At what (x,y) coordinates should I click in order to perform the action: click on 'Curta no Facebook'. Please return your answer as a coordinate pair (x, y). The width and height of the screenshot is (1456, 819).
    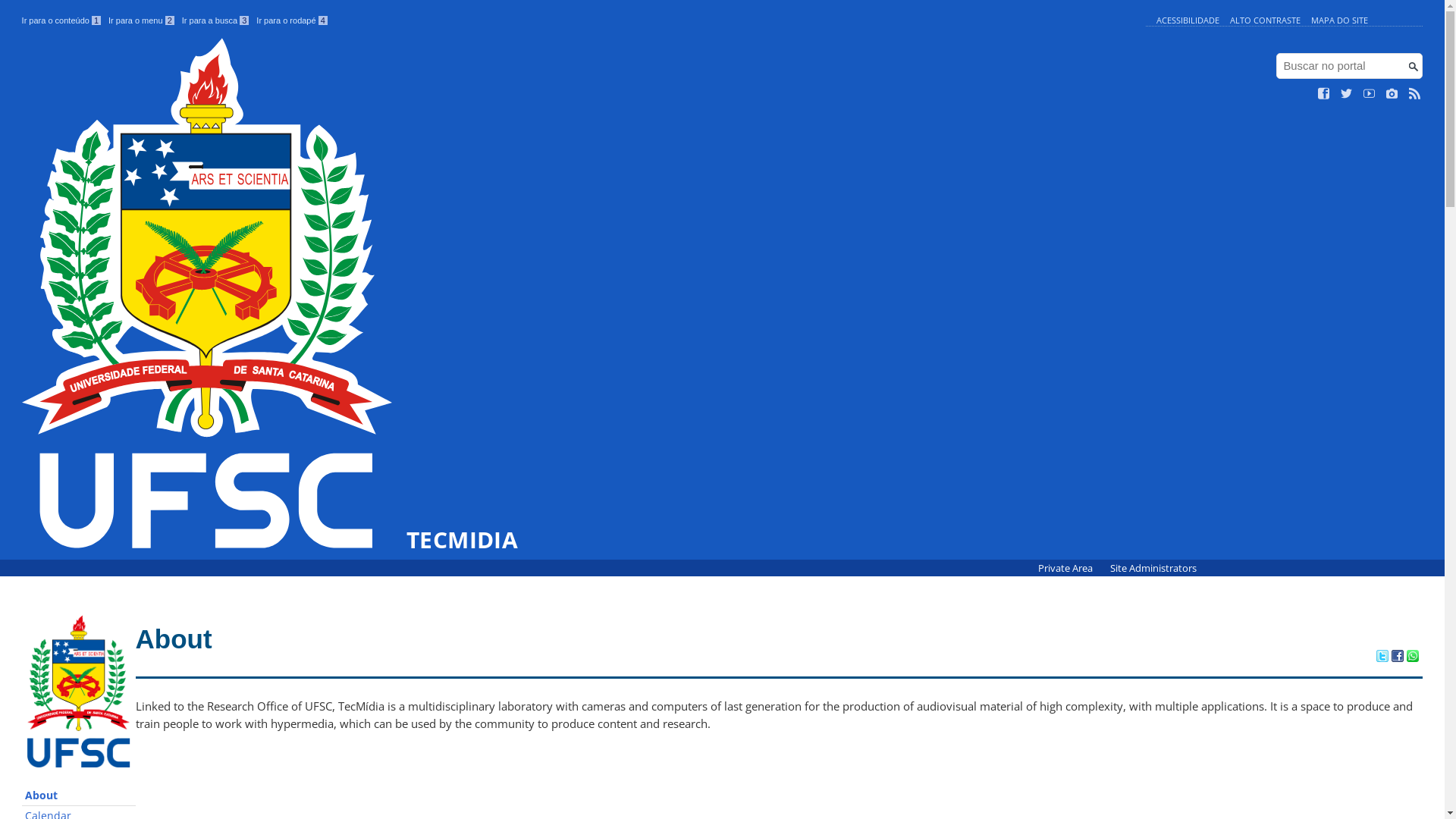
    Looking at the image, I should click on (1323, 93).